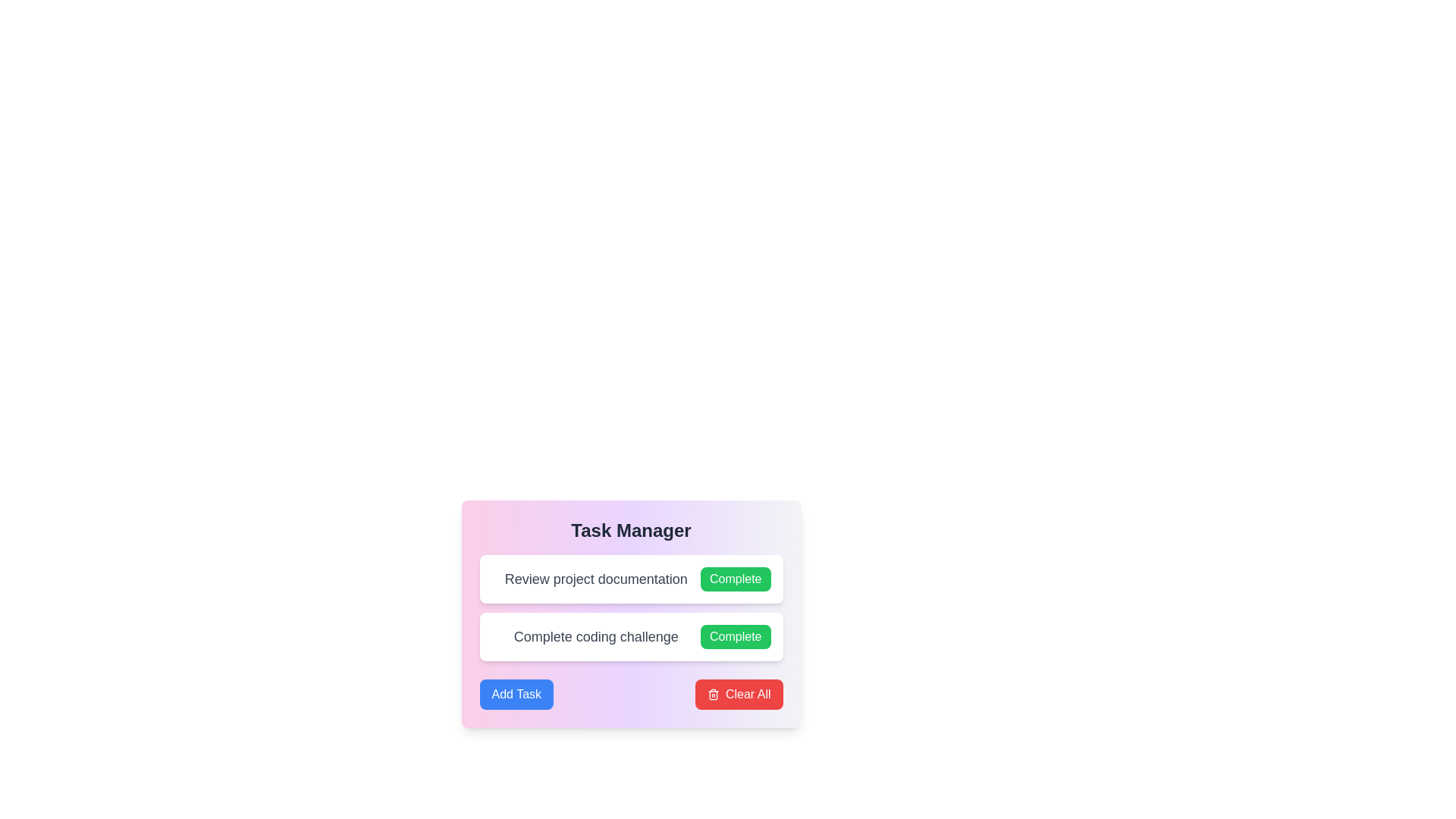 This screenshot has width=1456, height=819. What do you see at coordinates (736, 579) in the screenshot?
I see `the button that marks the task as completed, located to the right of the text 'Review project documentation' in the Task Manager interface, to observe its style change` at bounding box center [736, 579].